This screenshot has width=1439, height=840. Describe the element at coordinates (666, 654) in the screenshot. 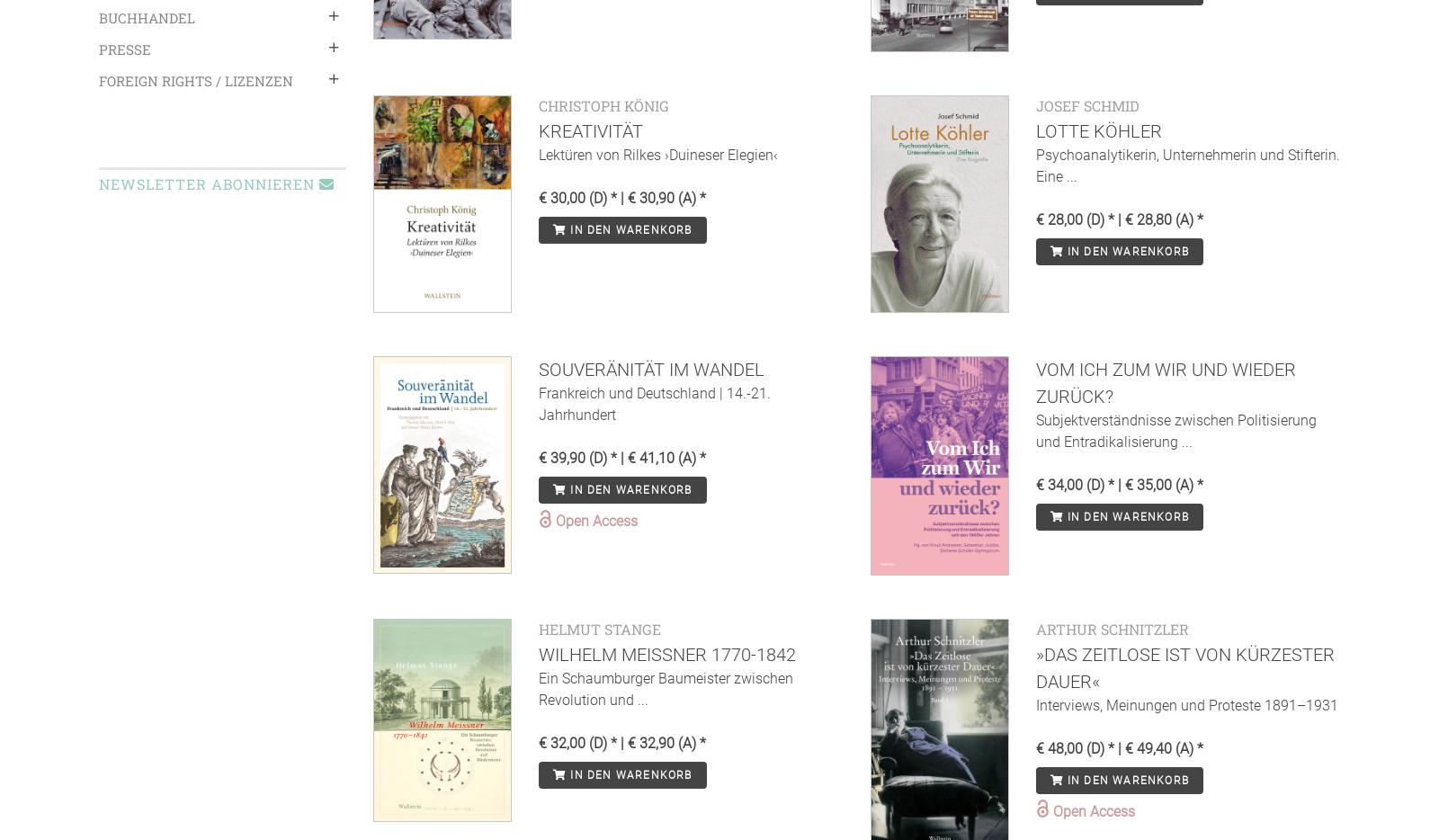

I see `'Wilhelm Meissner 1770-1842'` at that location.